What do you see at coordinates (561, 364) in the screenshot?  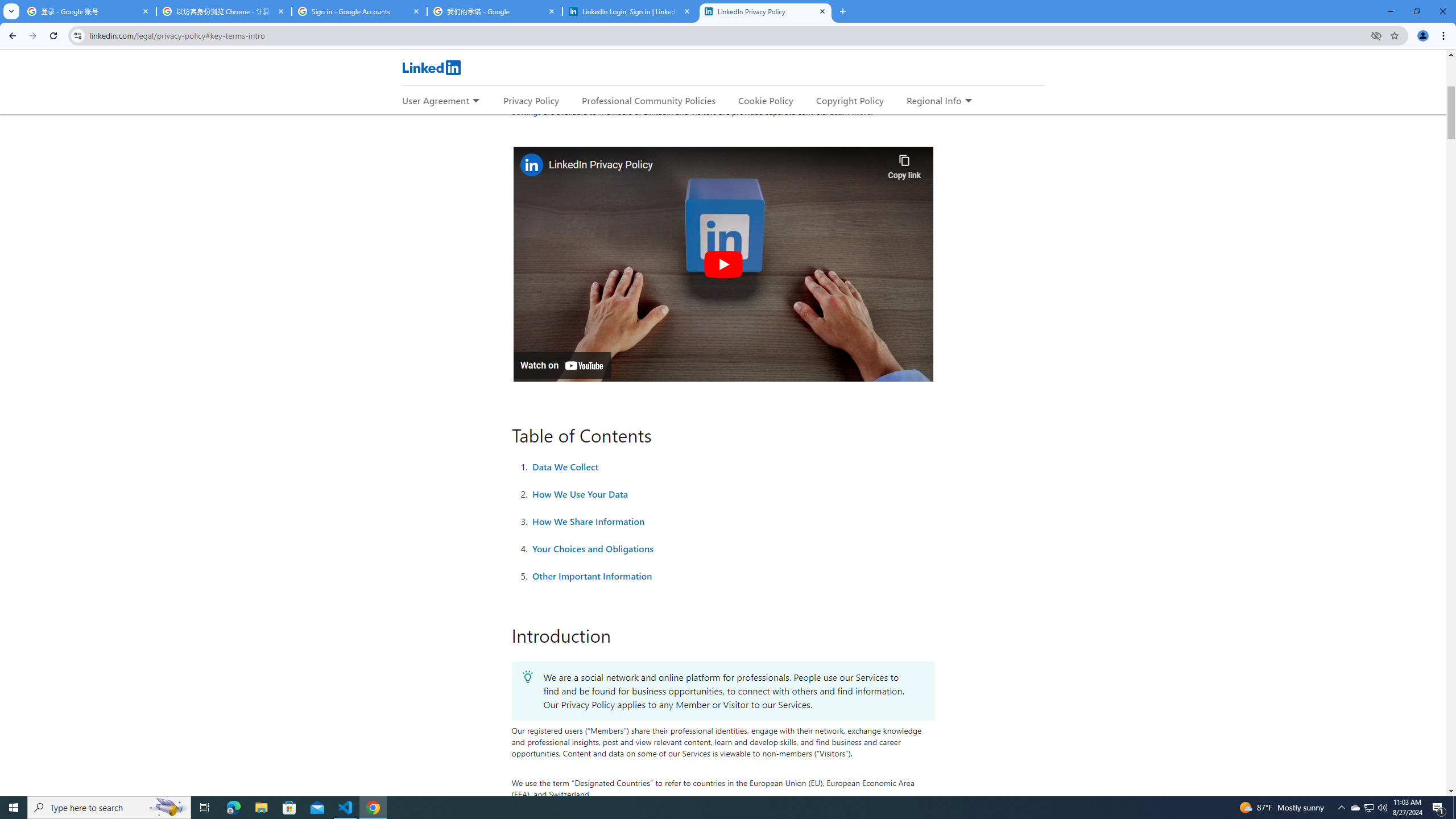 I see `'Watch on YouTube'` at bounding box center [561, 364].